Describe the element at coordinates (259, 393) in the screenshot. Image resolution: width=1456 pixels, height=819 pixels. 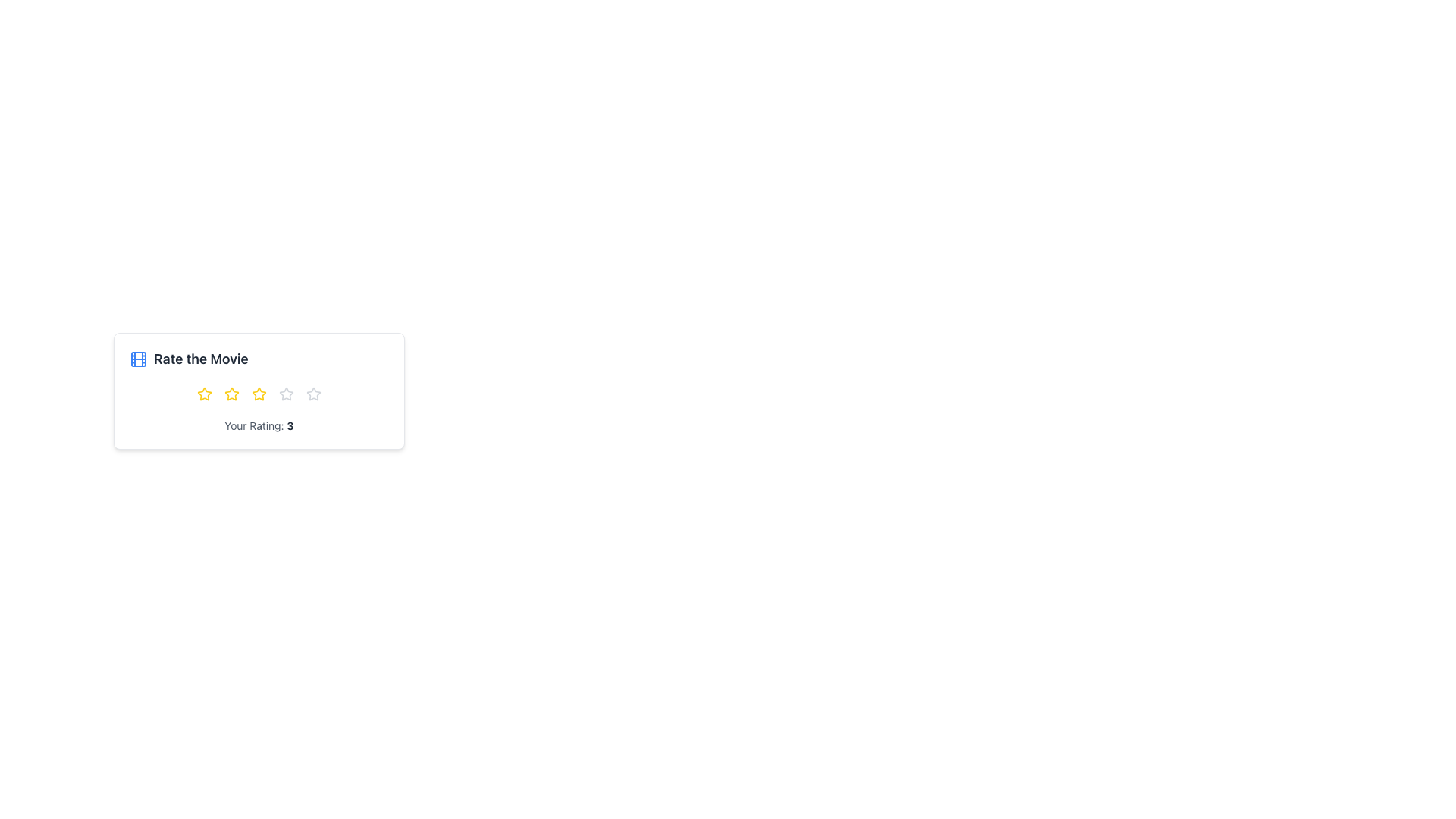
I see `the third rating star icon located below the 'Rate the Movie' title` at that location.